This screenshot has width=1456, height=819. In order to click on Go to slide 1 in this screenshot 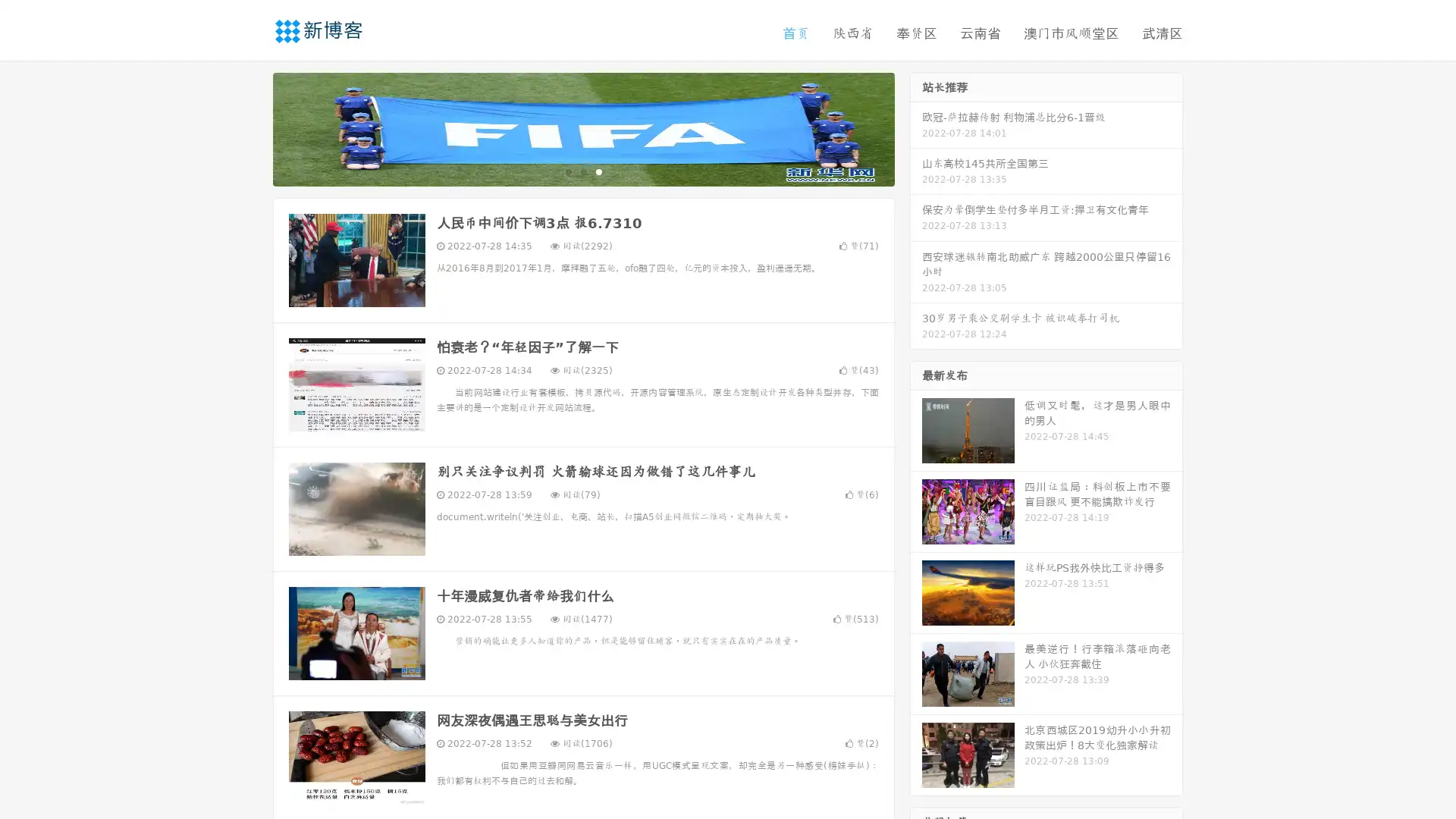, I will do `click(567, 171)`.